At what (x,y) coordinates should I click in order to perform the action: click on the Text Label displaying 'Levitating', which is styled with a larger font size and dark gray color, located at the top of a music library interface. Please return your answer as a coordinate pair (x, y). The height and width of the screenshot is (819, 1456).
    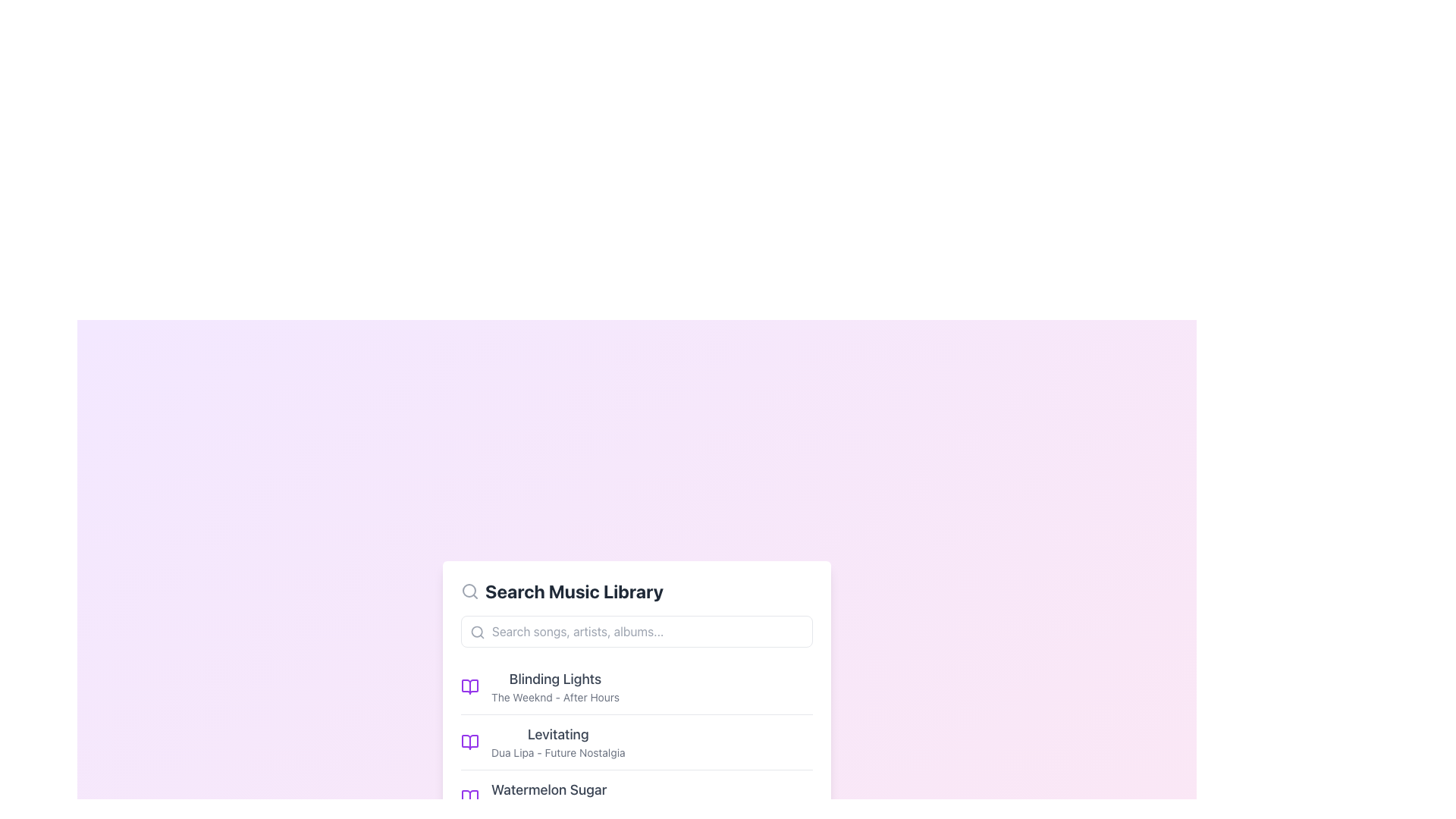
    Looking at the image, I should click on (557, 733).